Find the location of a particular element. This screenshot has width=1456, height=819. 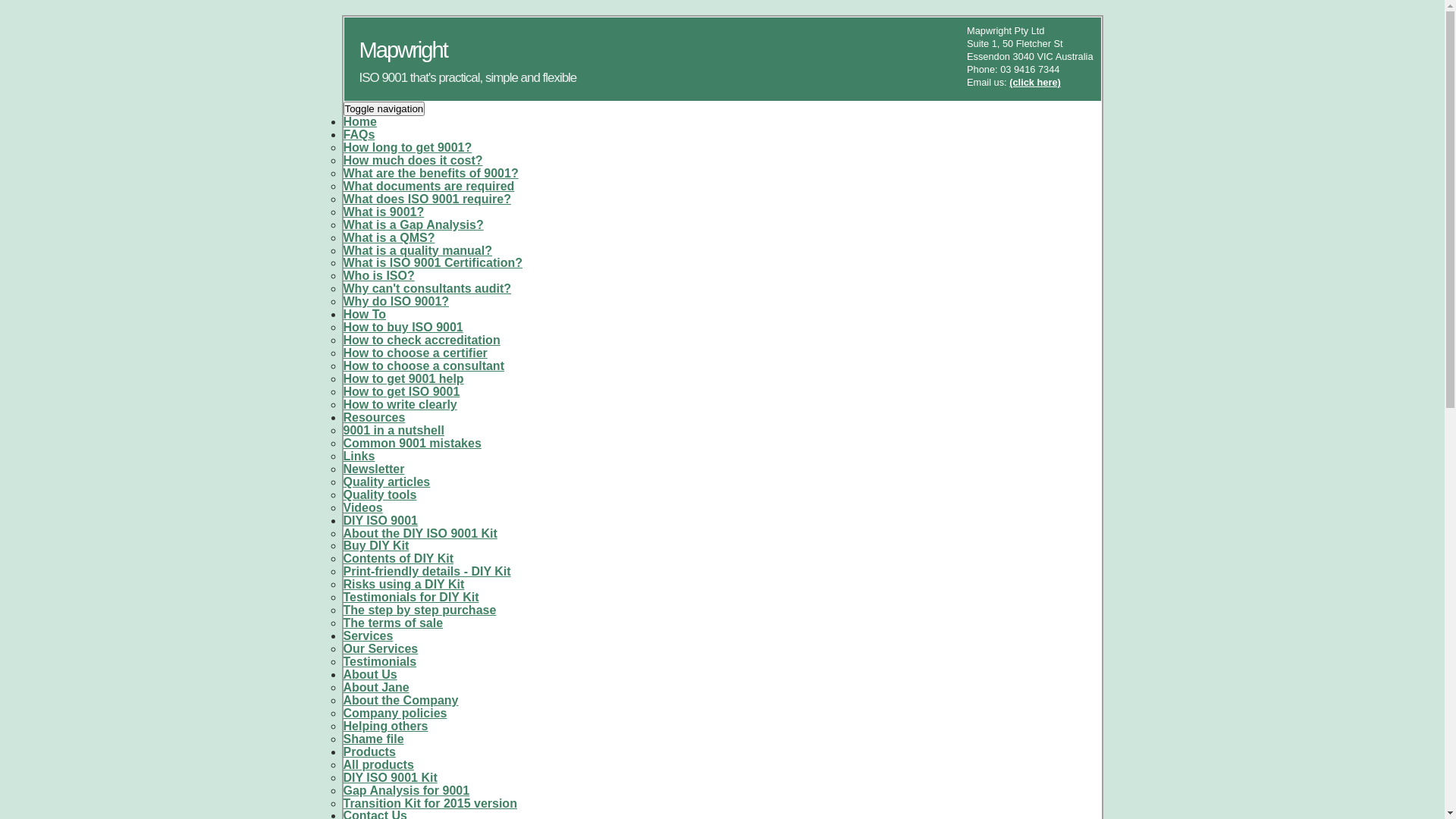

'Helping others' is located at coordinates (385, 725).